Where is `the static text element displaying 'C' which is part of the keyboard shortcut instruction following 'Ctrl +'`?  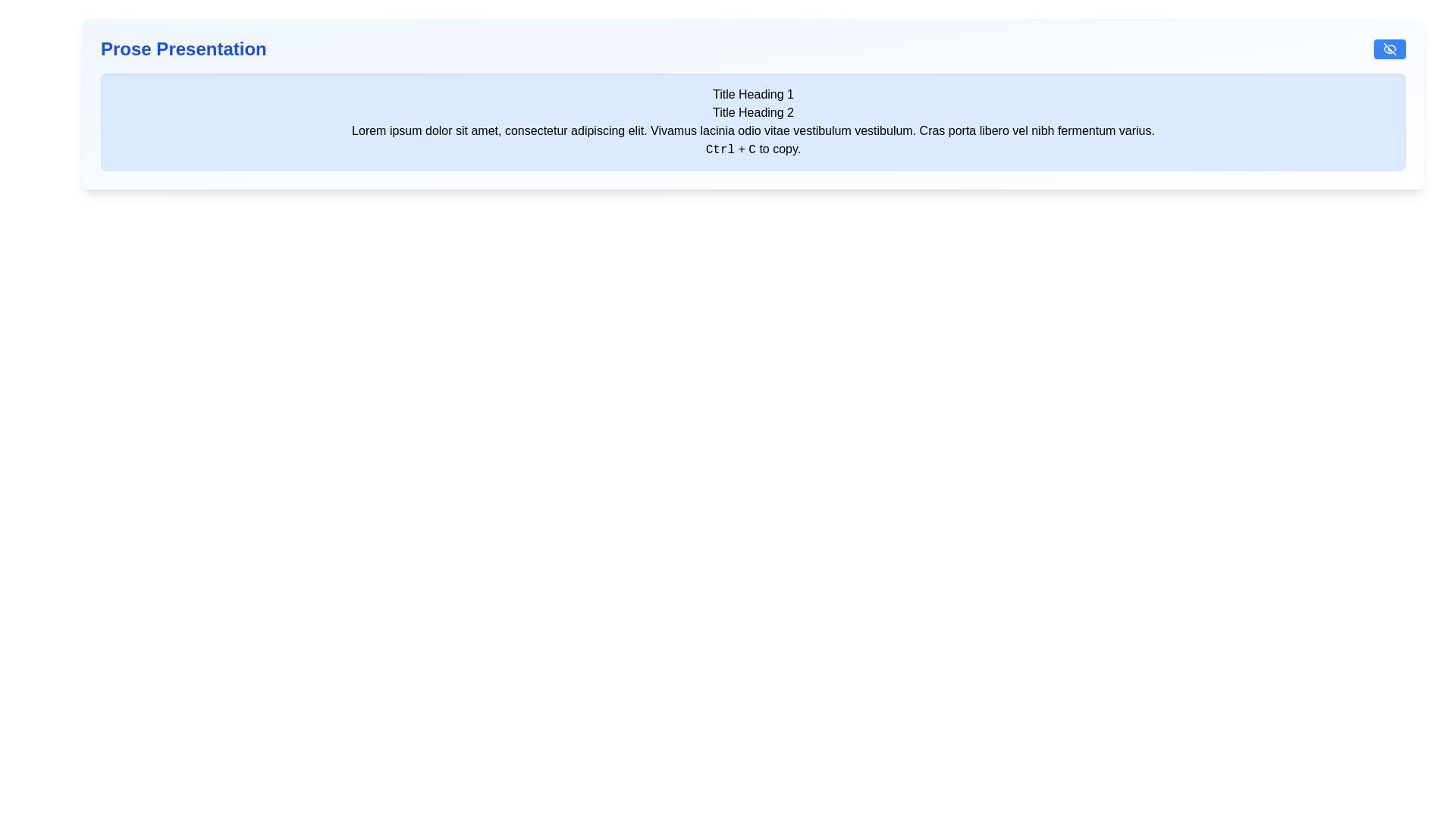
the static text element displaying 'C' which is part of the keyboard shortcut instruction following 'Ctrl +' is located at coordinates (752, 149).